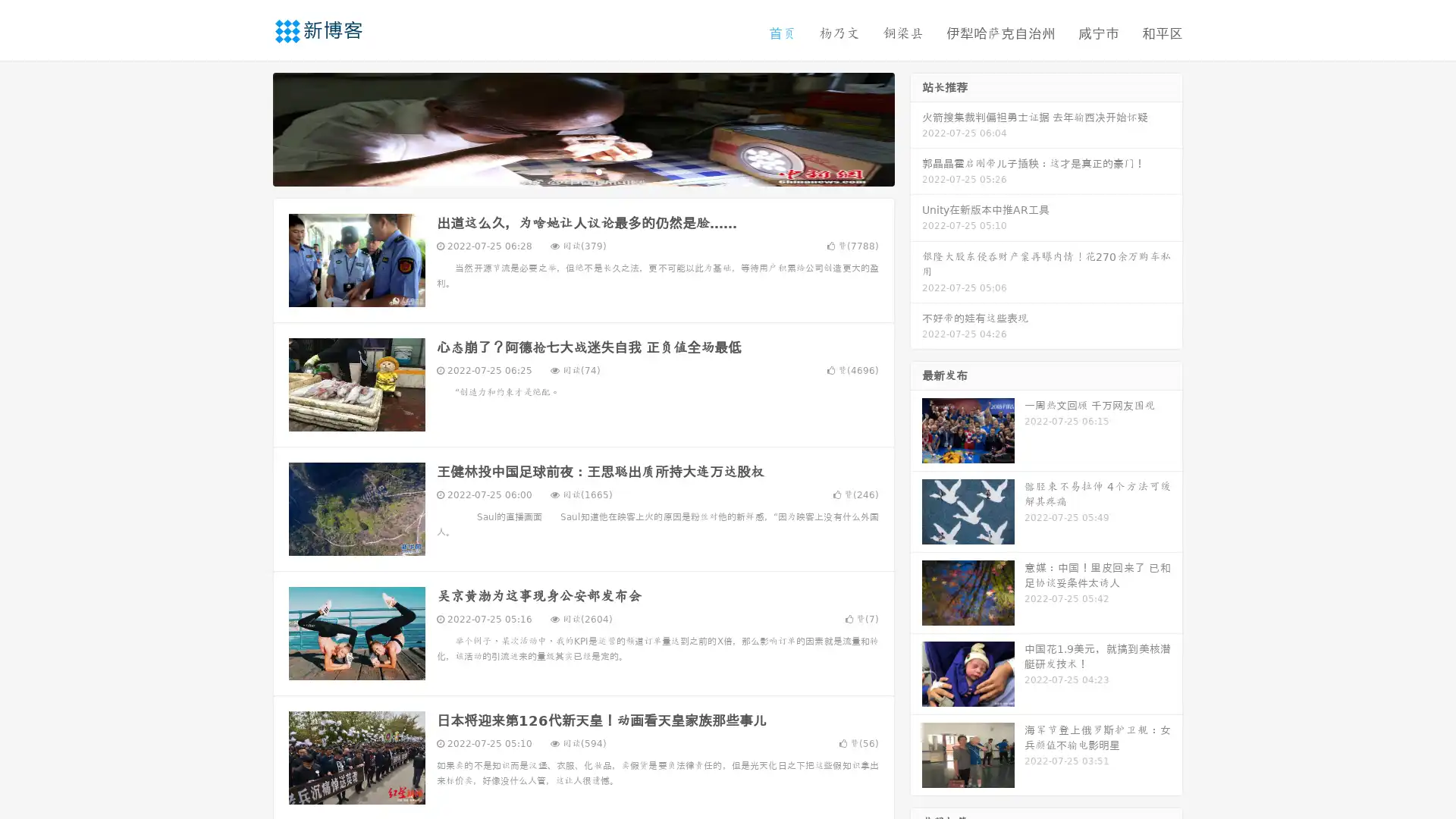 This screenshot has width=1456, height=819. Describe the element at coordinates (250, 127) in the screenshot. I see `Previous slide` at that location.